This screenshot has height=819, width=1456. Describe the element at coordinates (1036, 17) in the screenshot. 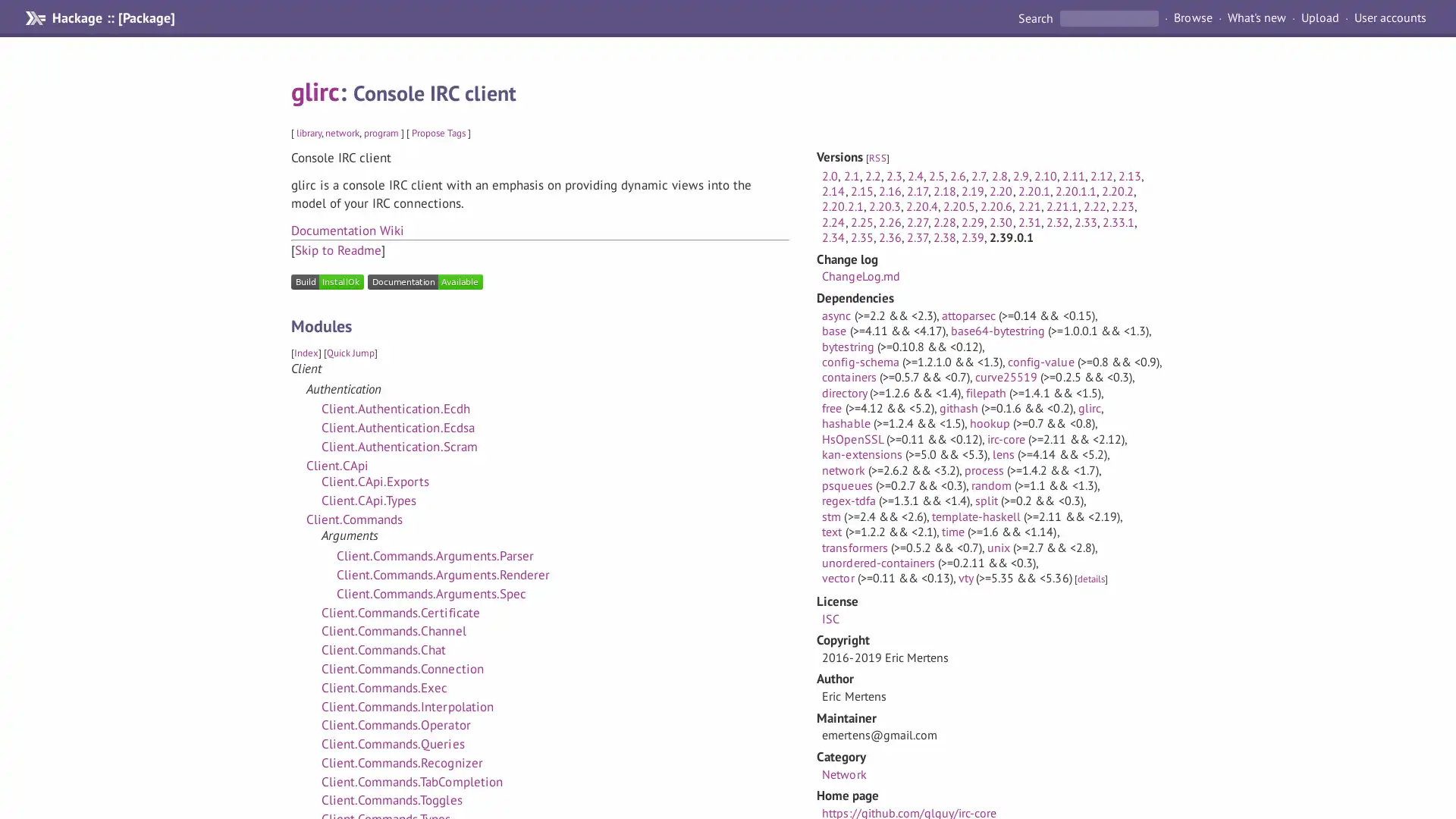

I see `Search` at that location.